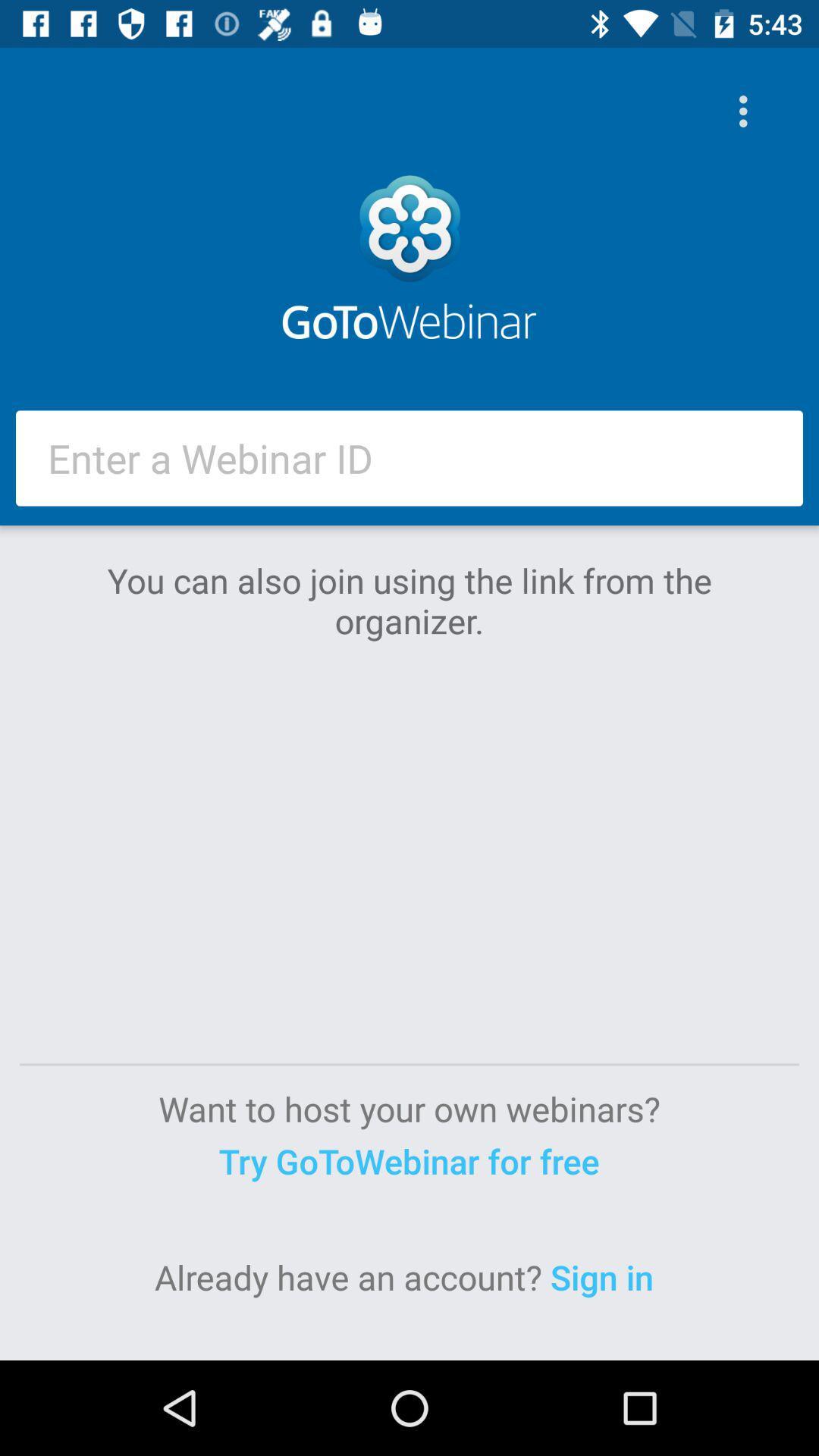 The width and height of the screenshot is (819, 1456). I want to click on the more icon, so click(746, 111).